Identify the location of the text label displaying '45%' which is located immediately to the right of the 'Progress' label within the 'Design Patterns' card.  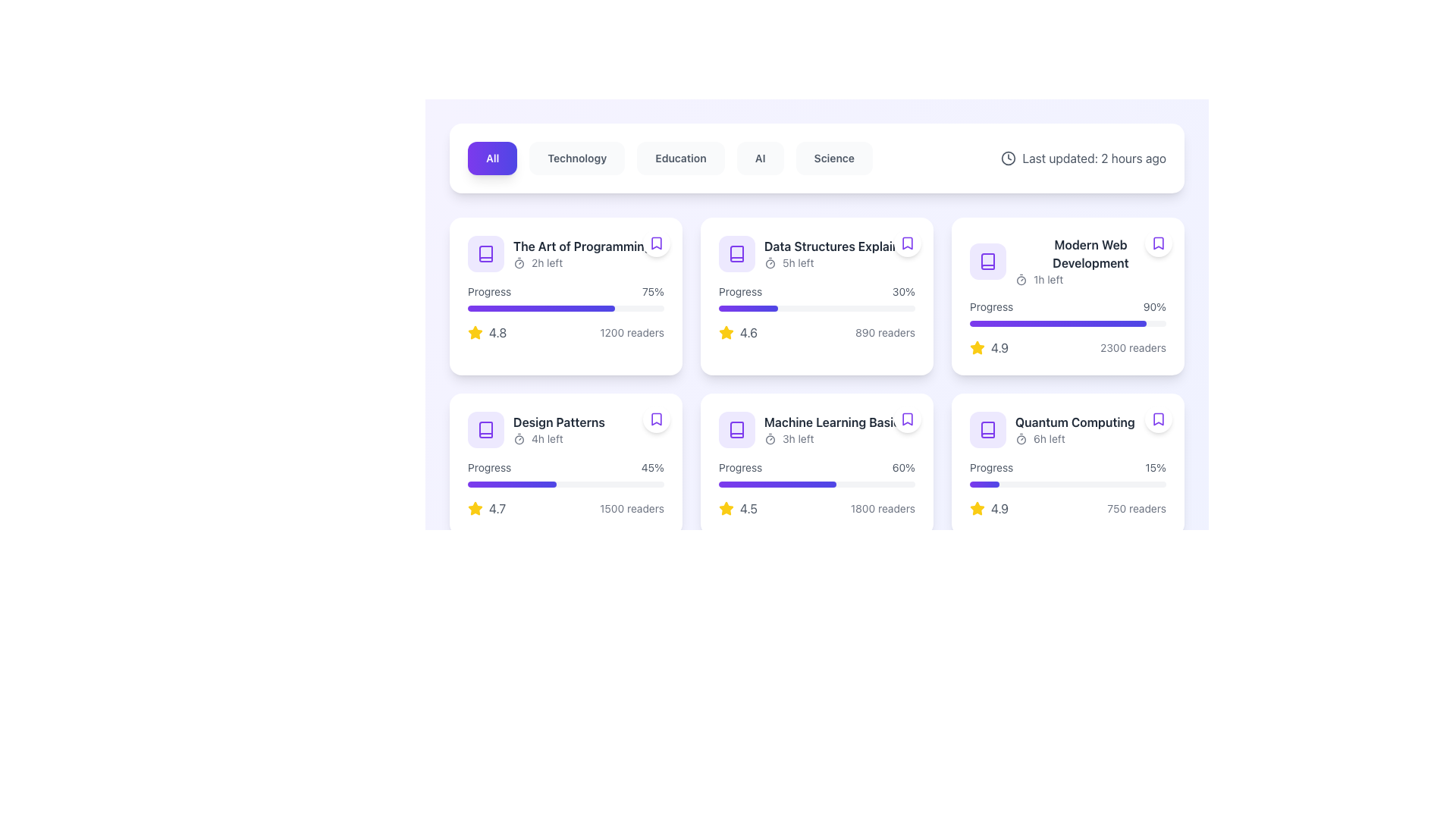
(652, 467).